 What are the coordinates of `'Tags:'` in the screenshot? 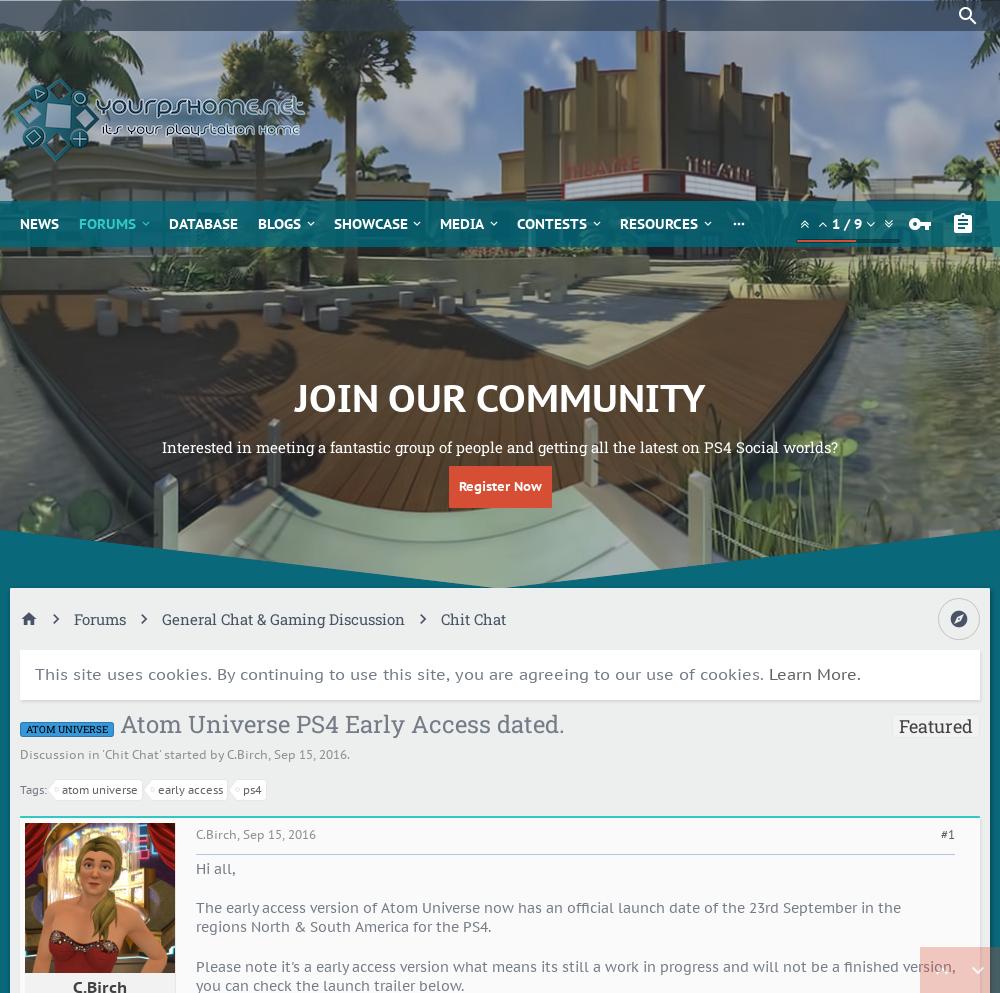 It's located at (33, 788).